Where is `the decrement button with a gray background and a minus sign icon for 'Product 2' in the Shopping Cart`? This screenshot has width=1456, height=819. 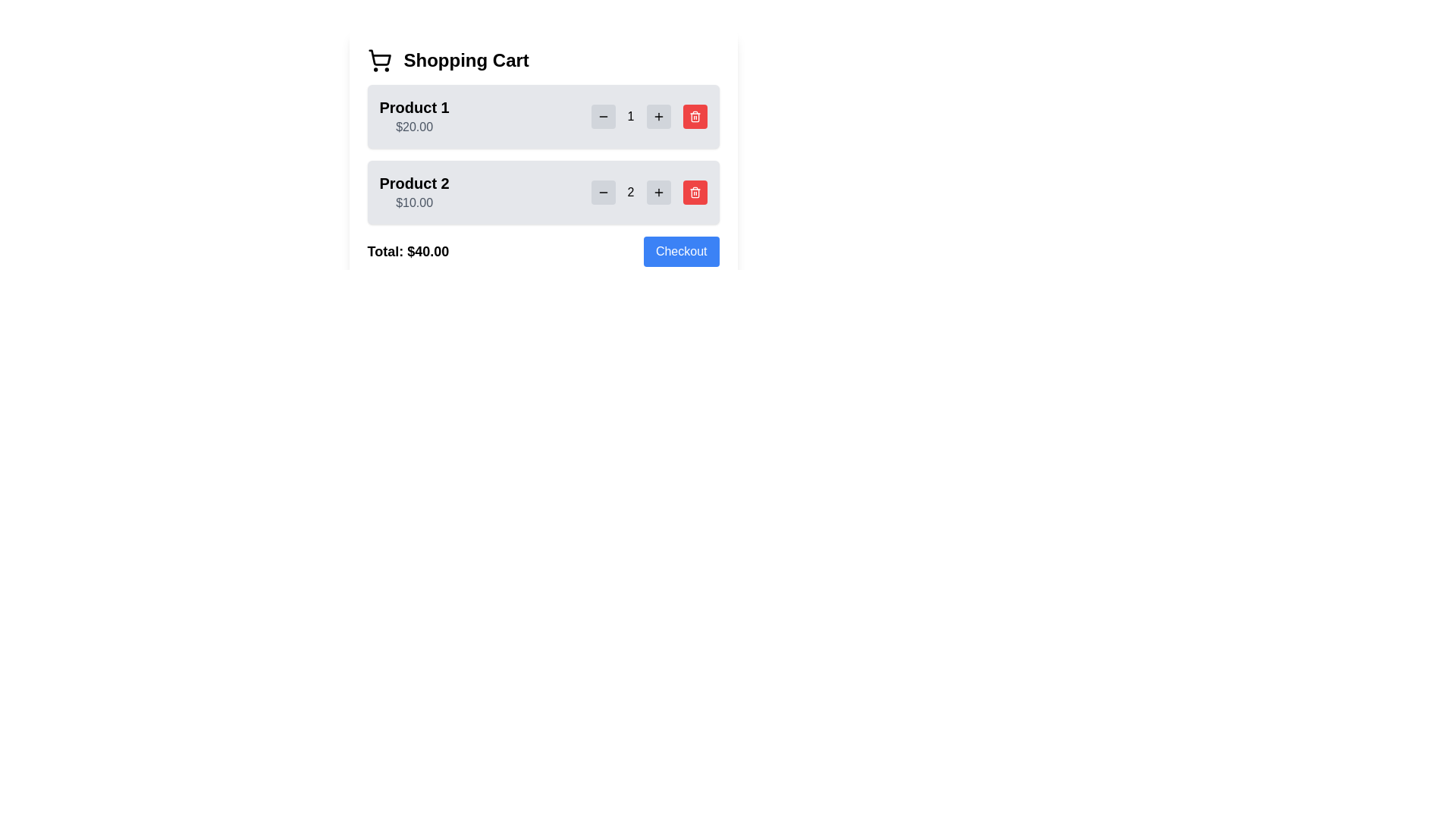 the decrement button with a gray background and a minus sign icon for 'Product 2' in the Shopping Cart is located at coordinates (602, 192).